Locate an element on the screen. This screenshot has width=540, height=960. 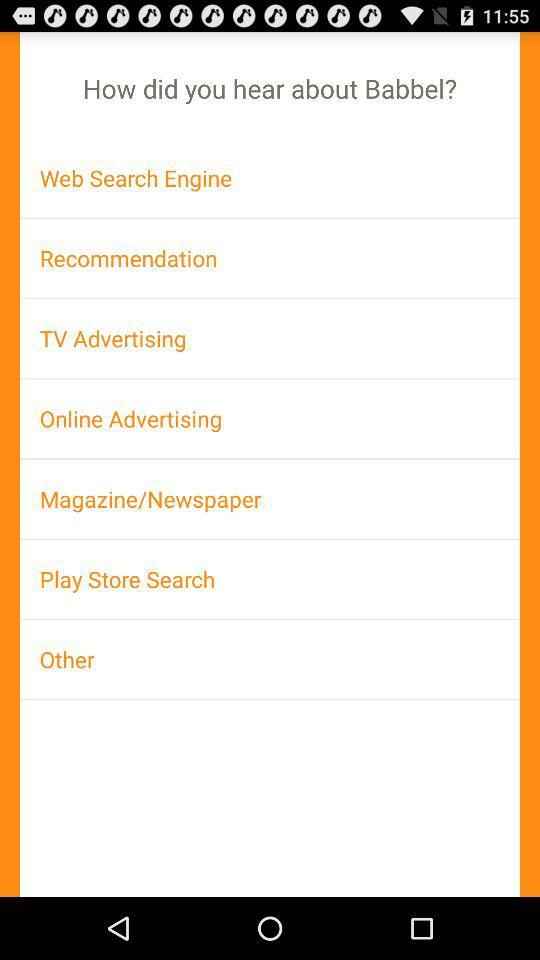
item above online advertising app is located at coordinates (270, 338).